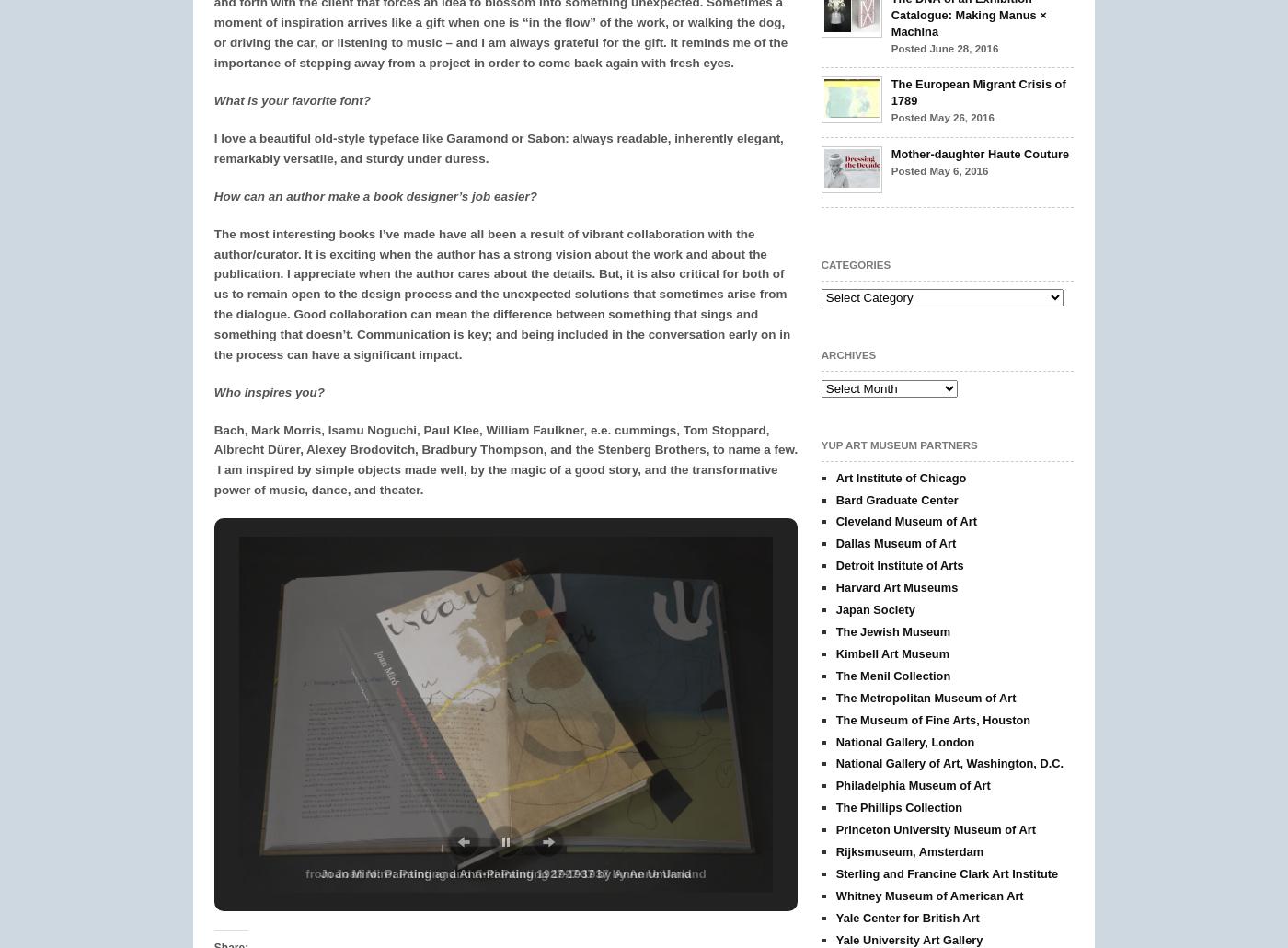 This screenshot has width=1288, height=948. I want to click on 'Categories', so click(856, 262).